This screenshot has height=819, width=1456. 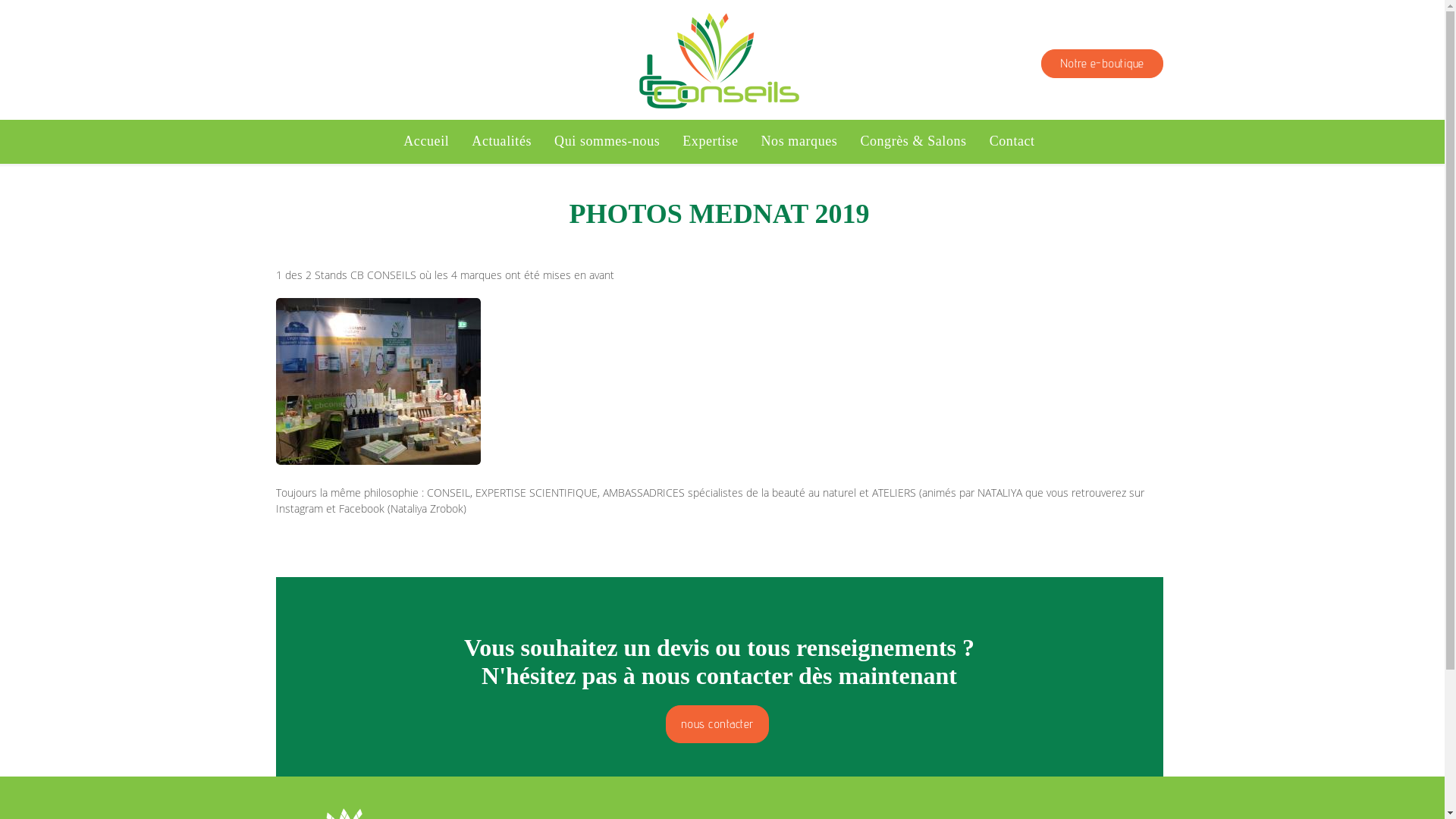 What do you see at coordinates (607, 141) in the screenshot?
I see `'Qui sommes-nous'` at bounding box center [607, 141].